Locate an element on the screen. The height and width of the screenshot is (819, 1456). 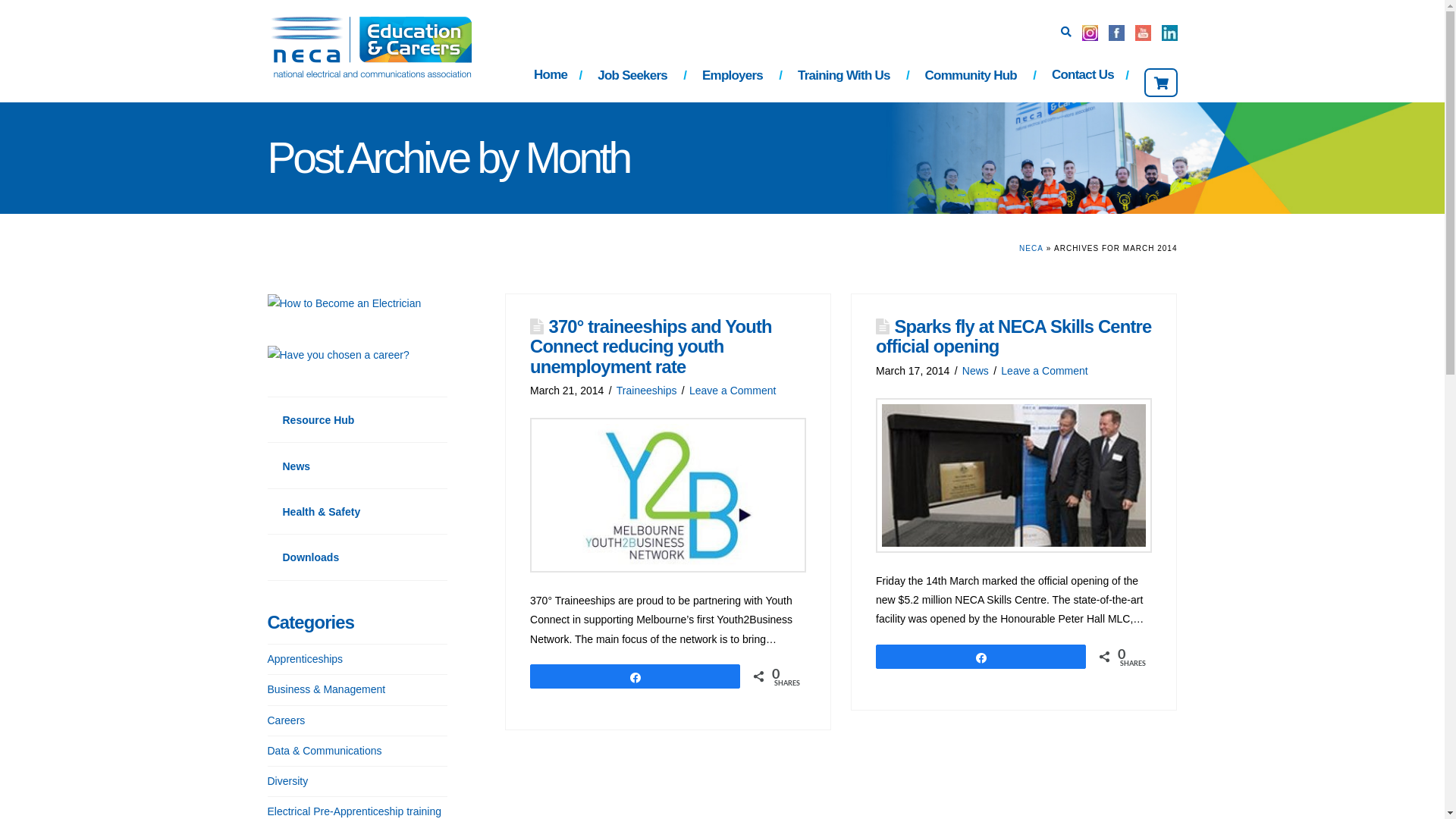
'Home' is located at coordinates (519, 77).